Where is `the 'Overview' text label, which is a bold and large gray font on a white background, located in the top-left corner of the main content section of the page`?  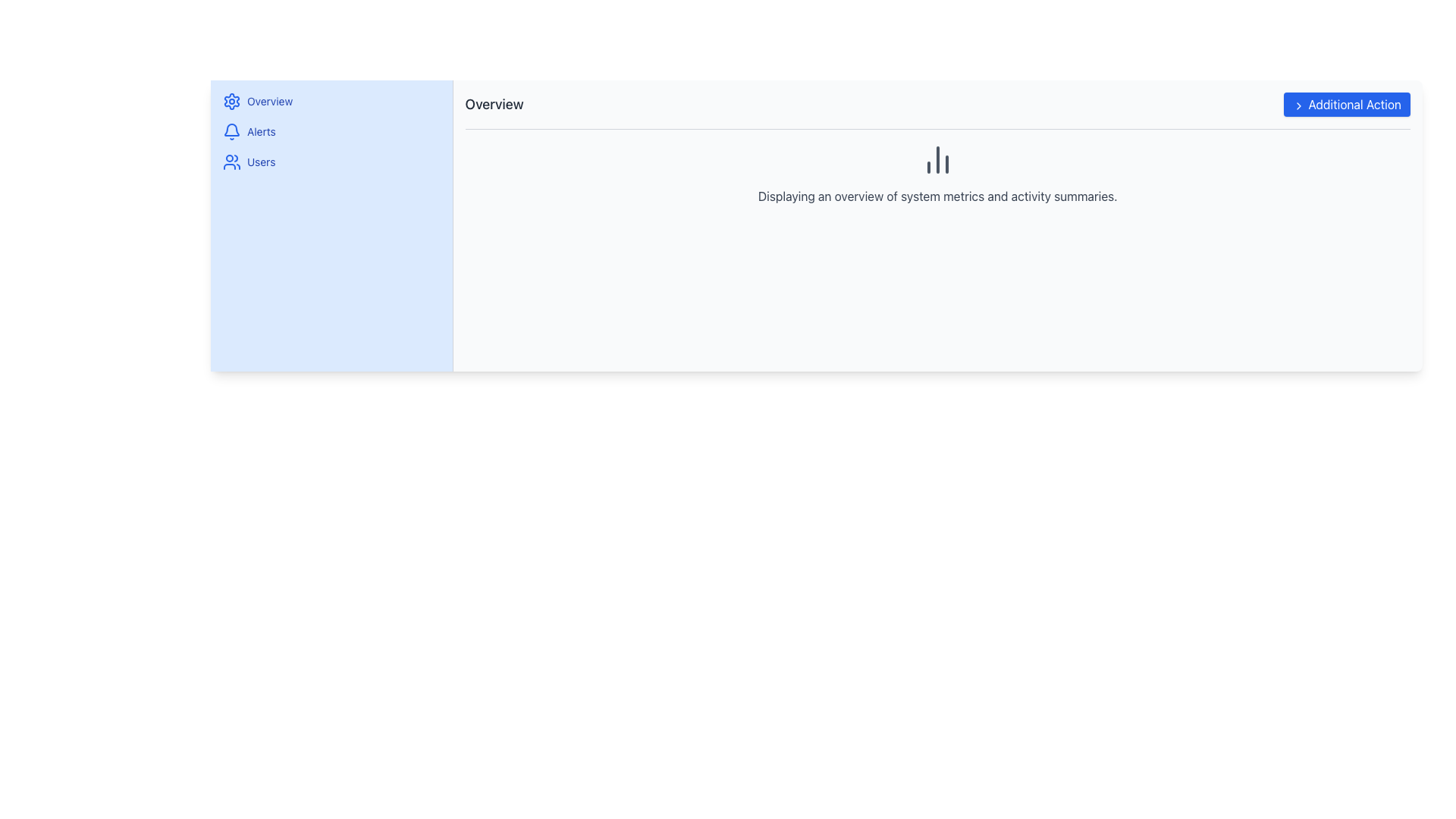 the 'Overview' text label, which is a bold and large gray font on a white background, located in the top-left corner of the main content section of the page is located at coordinates (494, 104).